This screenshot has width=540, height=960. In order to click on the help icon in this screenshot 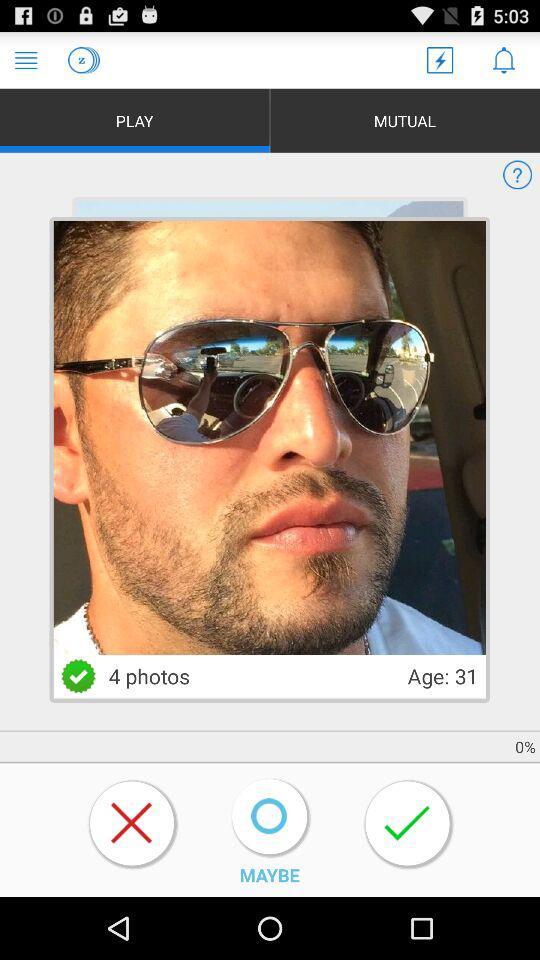, I will do `click(517, 187)`.